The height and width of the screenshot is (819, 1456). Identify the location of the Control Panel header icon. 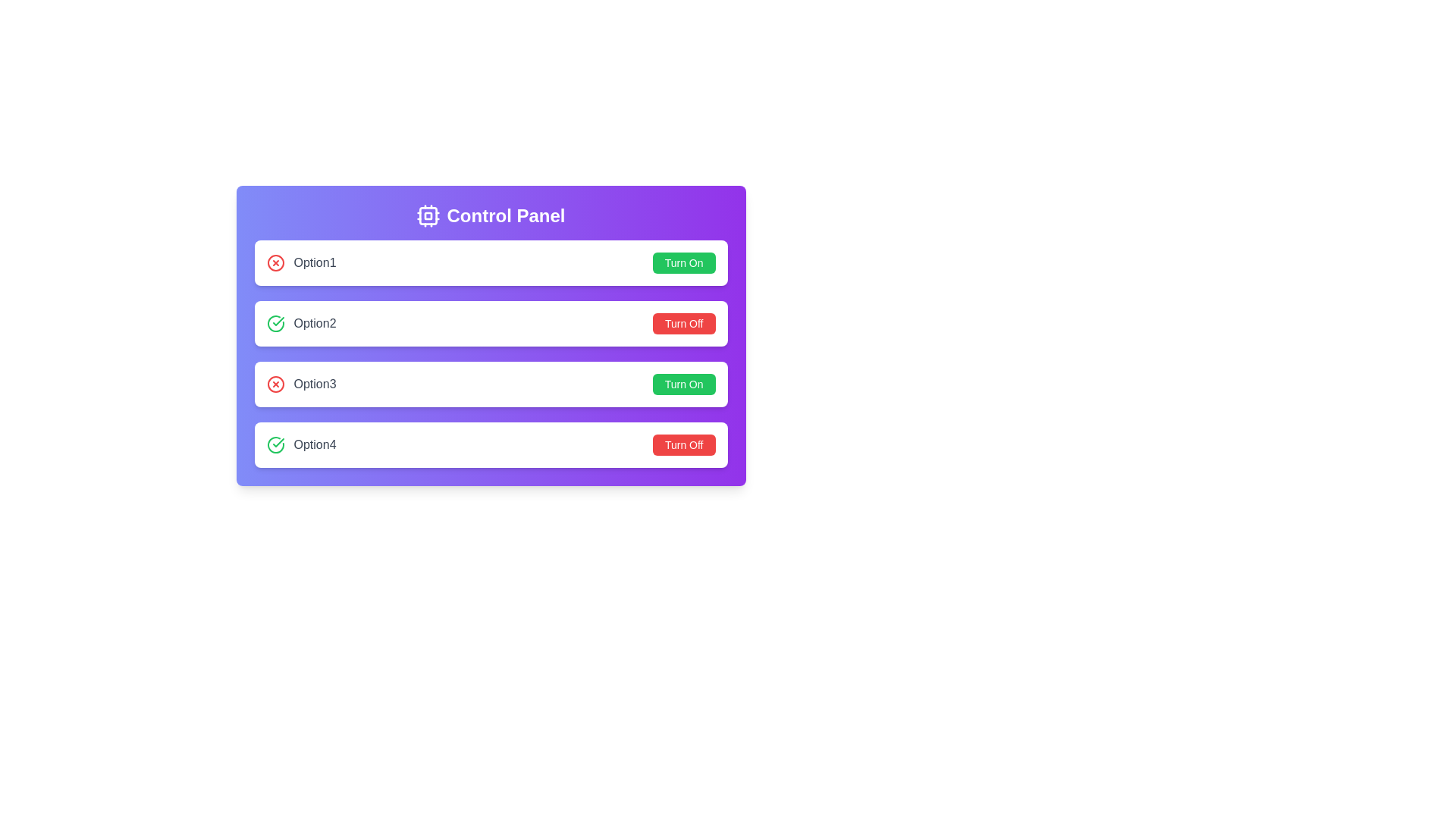
(428, 216).